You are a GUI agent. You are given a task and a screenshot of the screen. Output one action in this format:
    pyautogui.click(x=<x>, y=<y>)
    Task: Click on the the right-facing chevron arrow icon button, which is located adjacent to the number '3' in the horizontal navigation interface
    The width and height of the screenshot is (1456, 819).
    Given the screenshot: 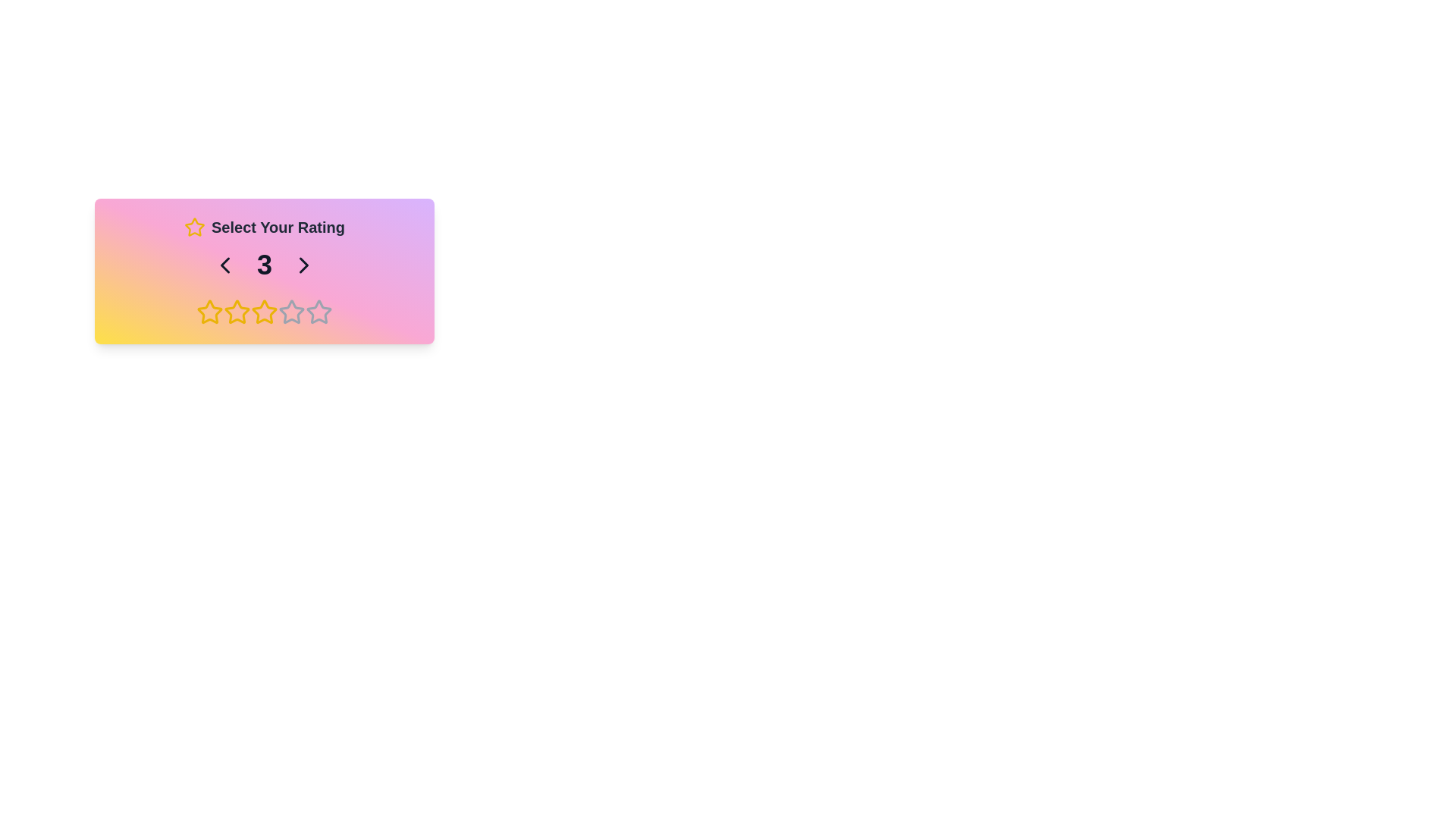 What is the action you would take?
    pyautogui.click(x=303, y=265)
    